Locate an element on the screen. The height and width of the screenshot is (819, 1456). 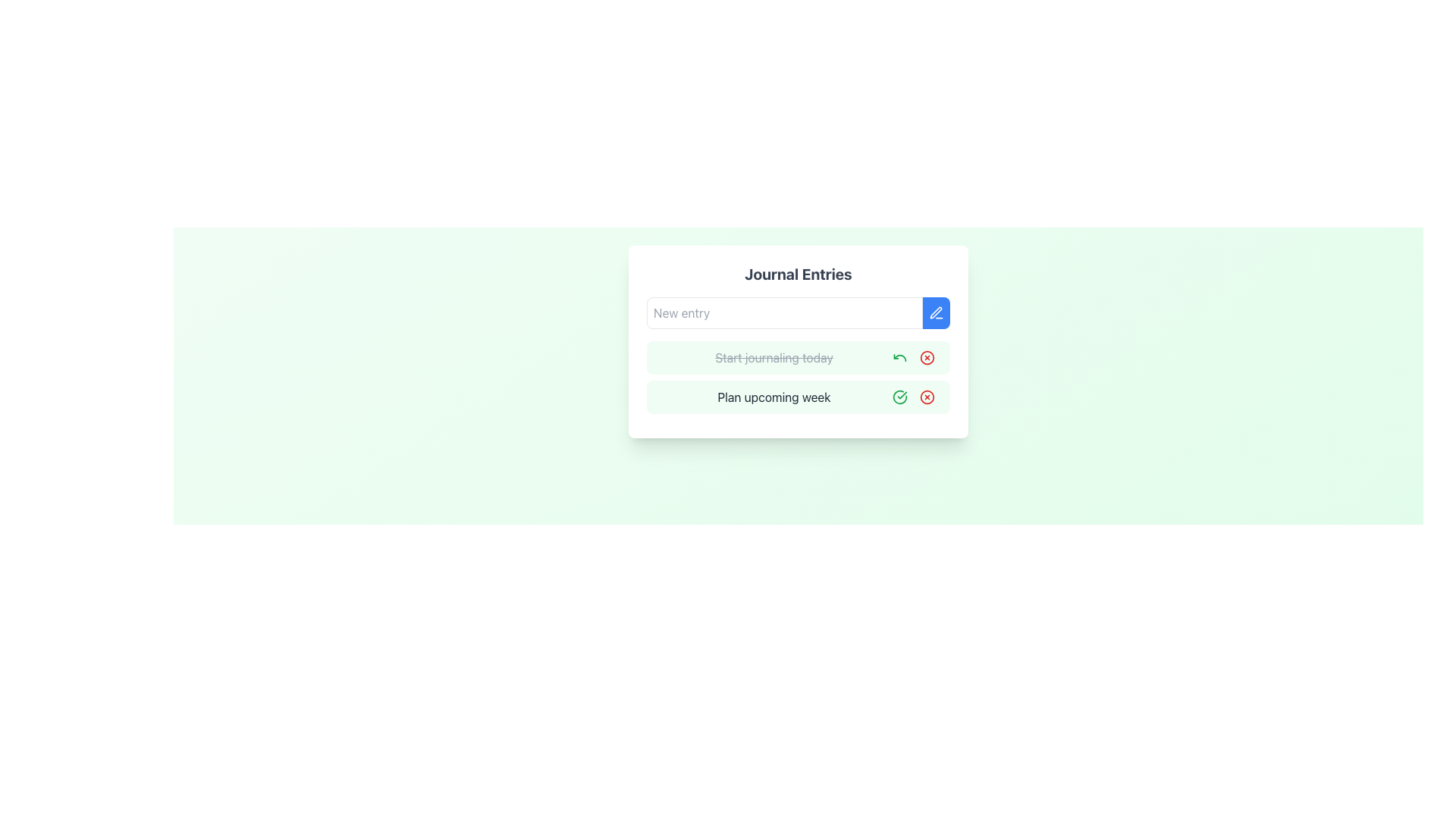
the pen-like Icon Button adjacent to the 'New entry' text box in the 'Journal Entries' panel is located at coordinates (935, 312).